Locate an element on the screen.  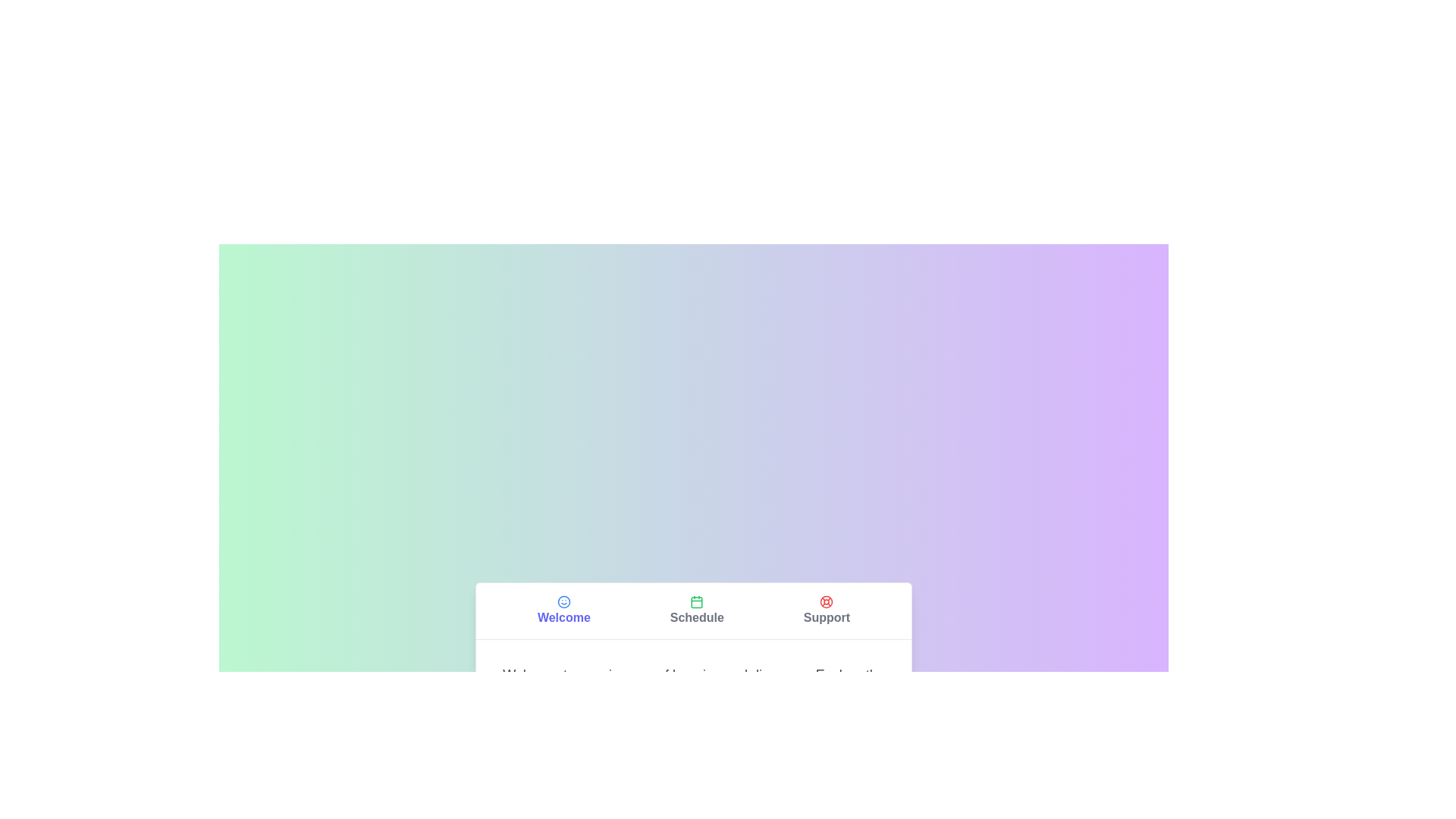
the Schedule tab to view its content is located at coordinates (696, 610).